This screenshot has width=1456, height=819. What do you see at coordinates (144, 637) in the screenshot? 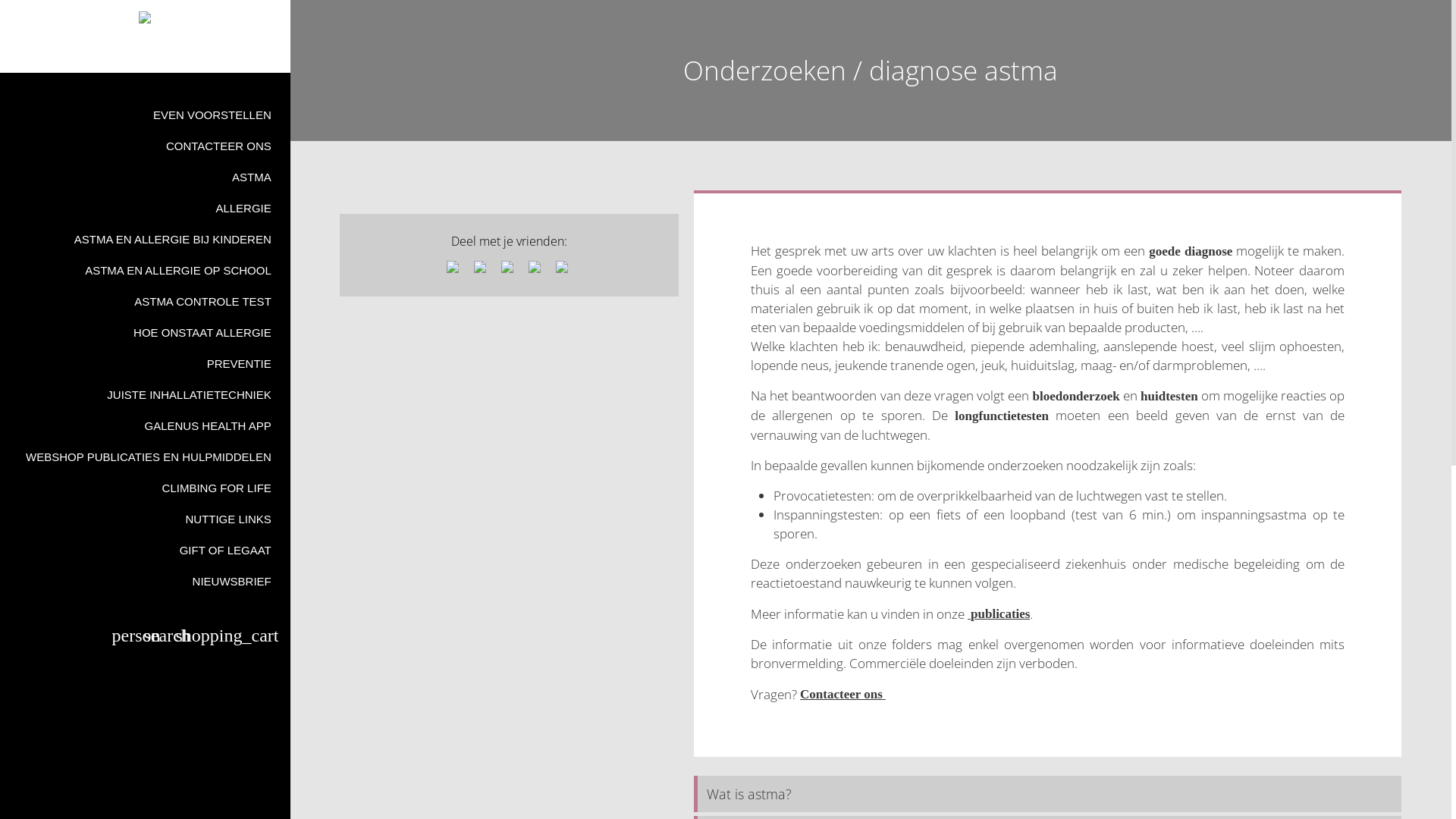
I see `'search'` at bounding box center [144, 637].